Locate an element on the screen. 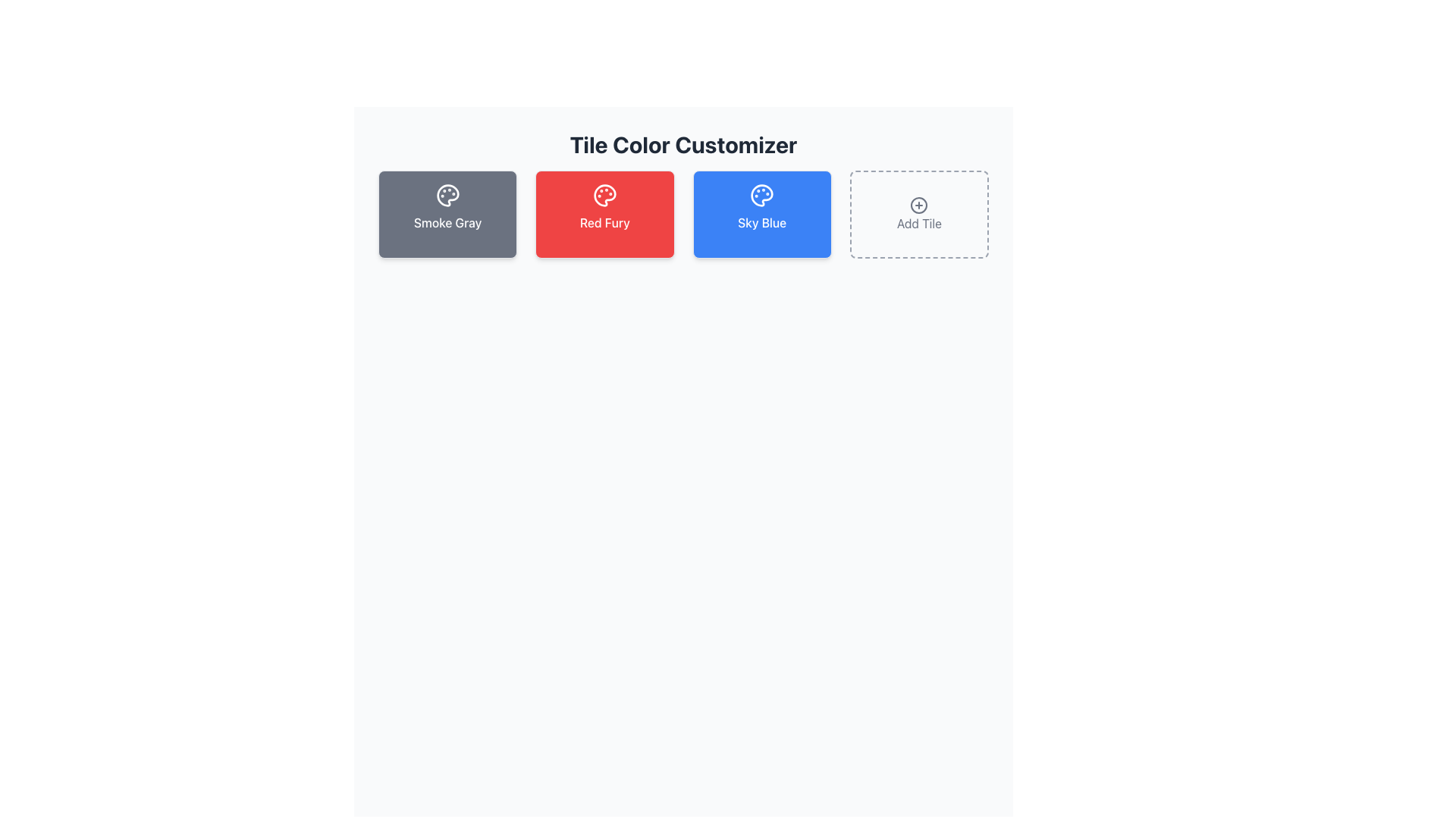 The height and width of the screenshot is (819, 1456). the interactive icon for adding new tiles, located in the top-right corner of the grid under the 'Tile Color Customizer' header is located at coordinates (918, 205).